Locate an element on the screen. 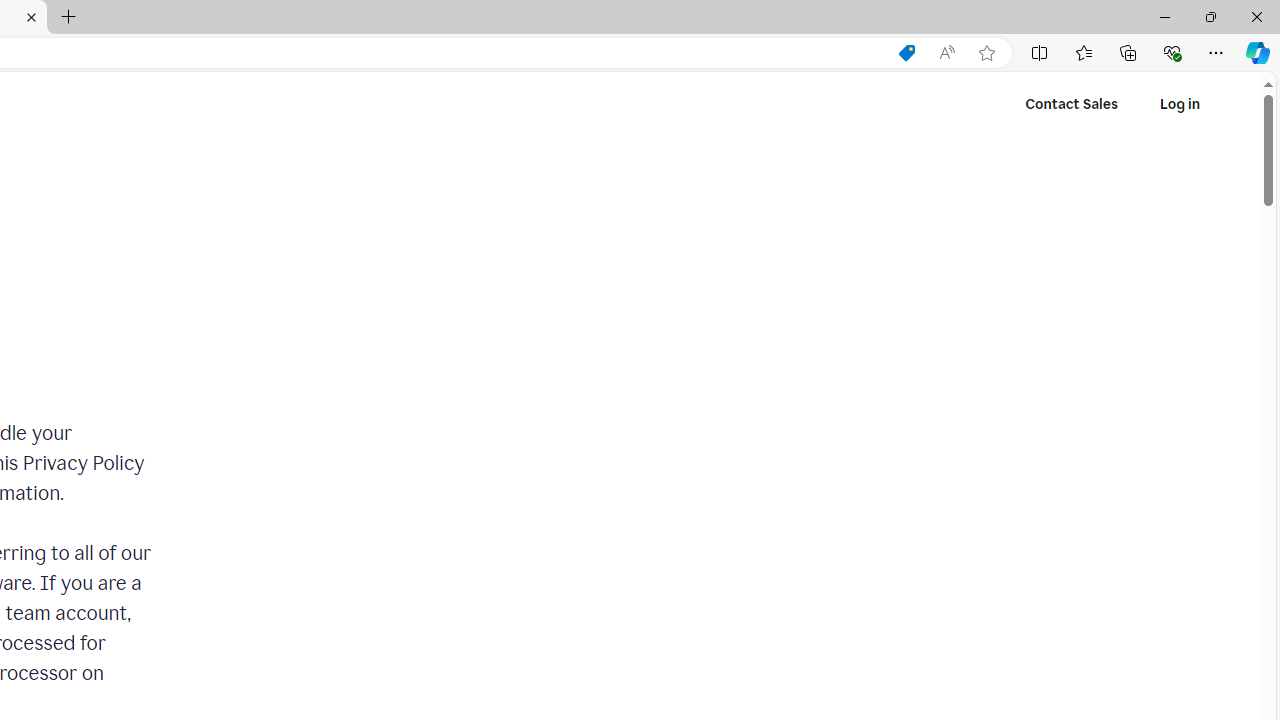  'Contact Sales' is located at coordinates (1071, 104).